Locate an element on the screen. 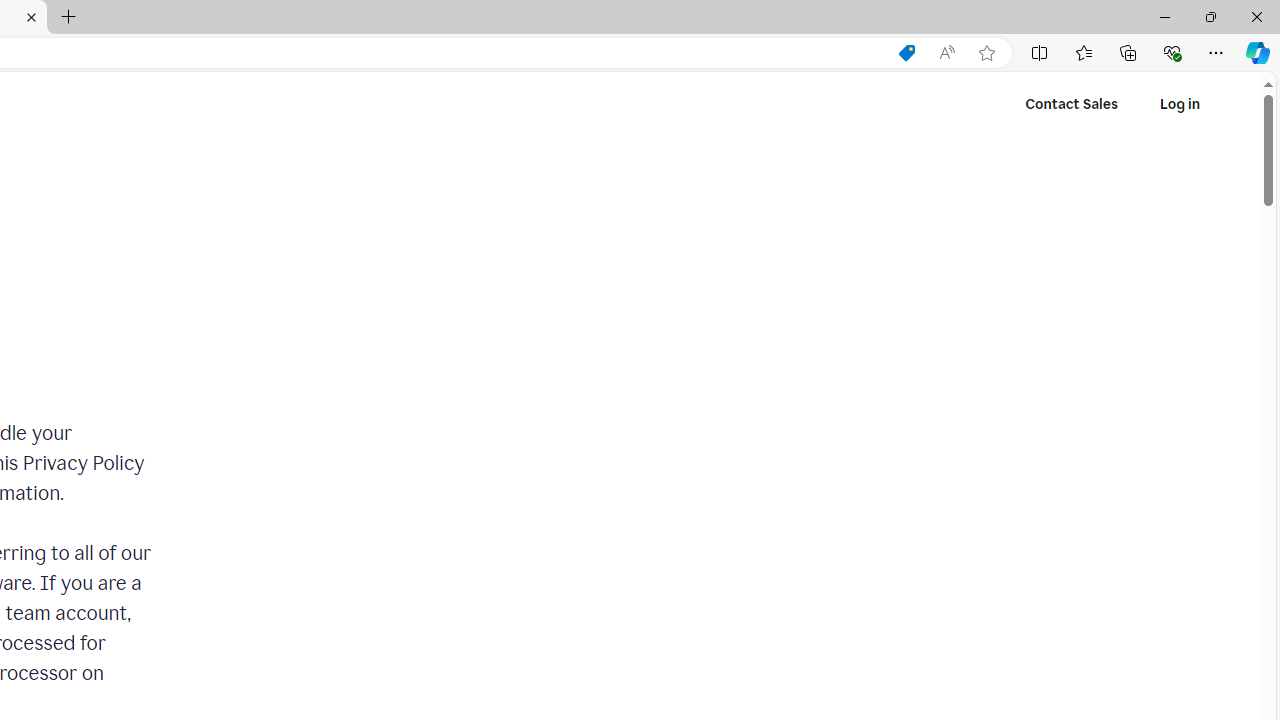  'Contact Sales' is located at coordinates (1071, 104).